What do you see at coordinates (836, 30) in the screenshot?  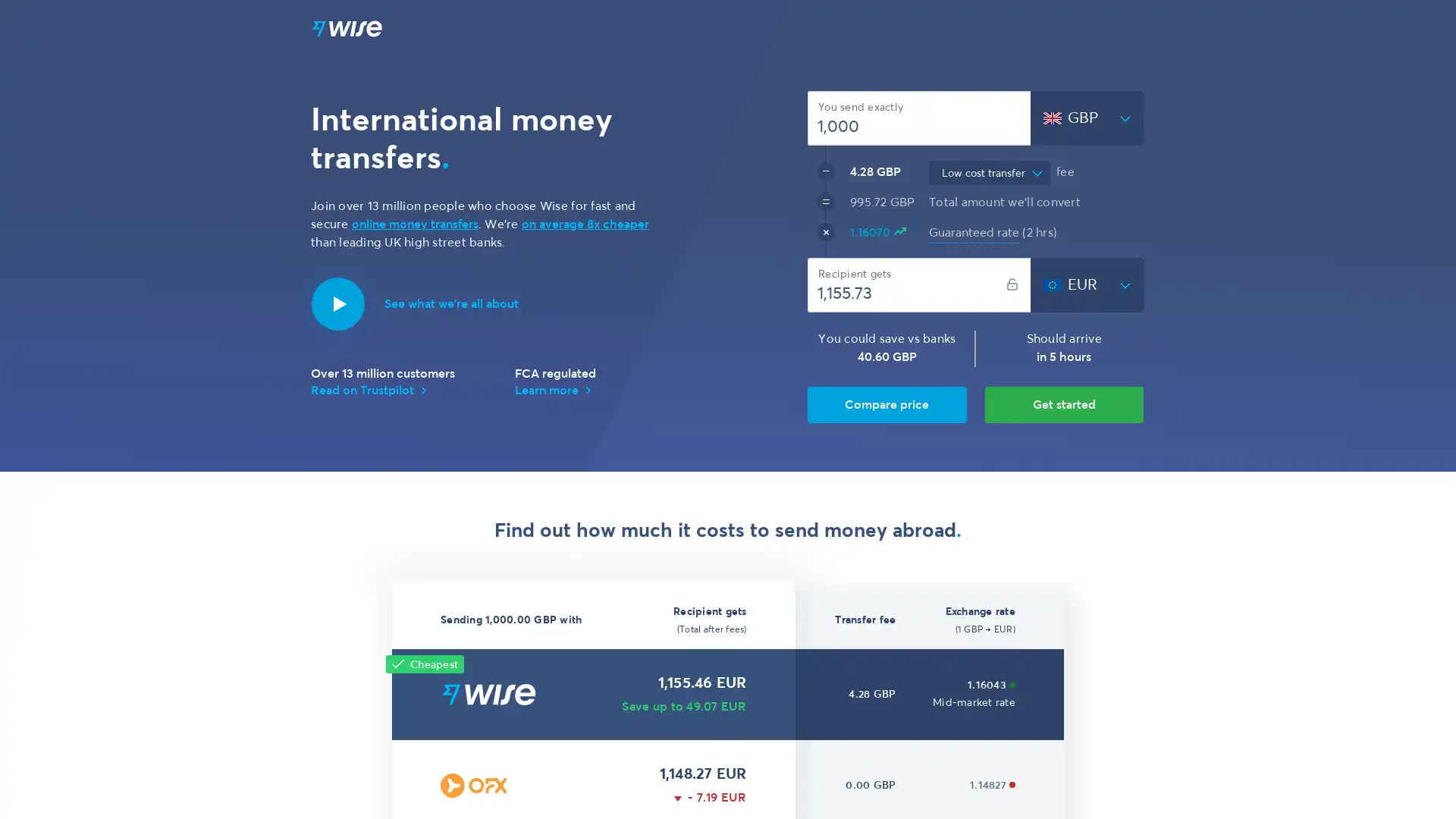 I see `Features` at bounding box center [836, 30].